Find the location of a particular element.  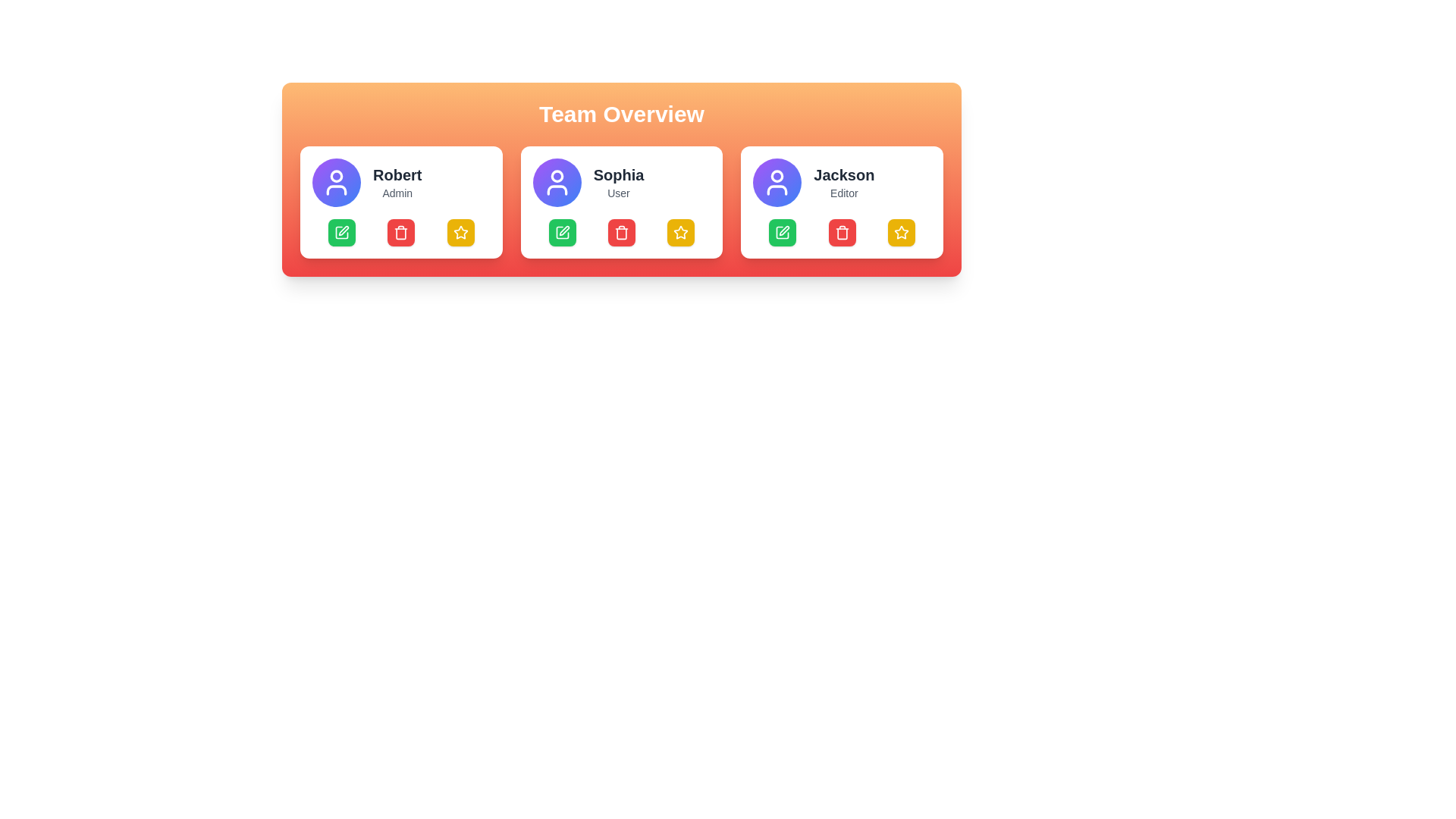

the Avatar Icon representing the user 'Jackson' in the 'Team Overview' section to interact with the associated user profile is located at coordinates (777, 181).